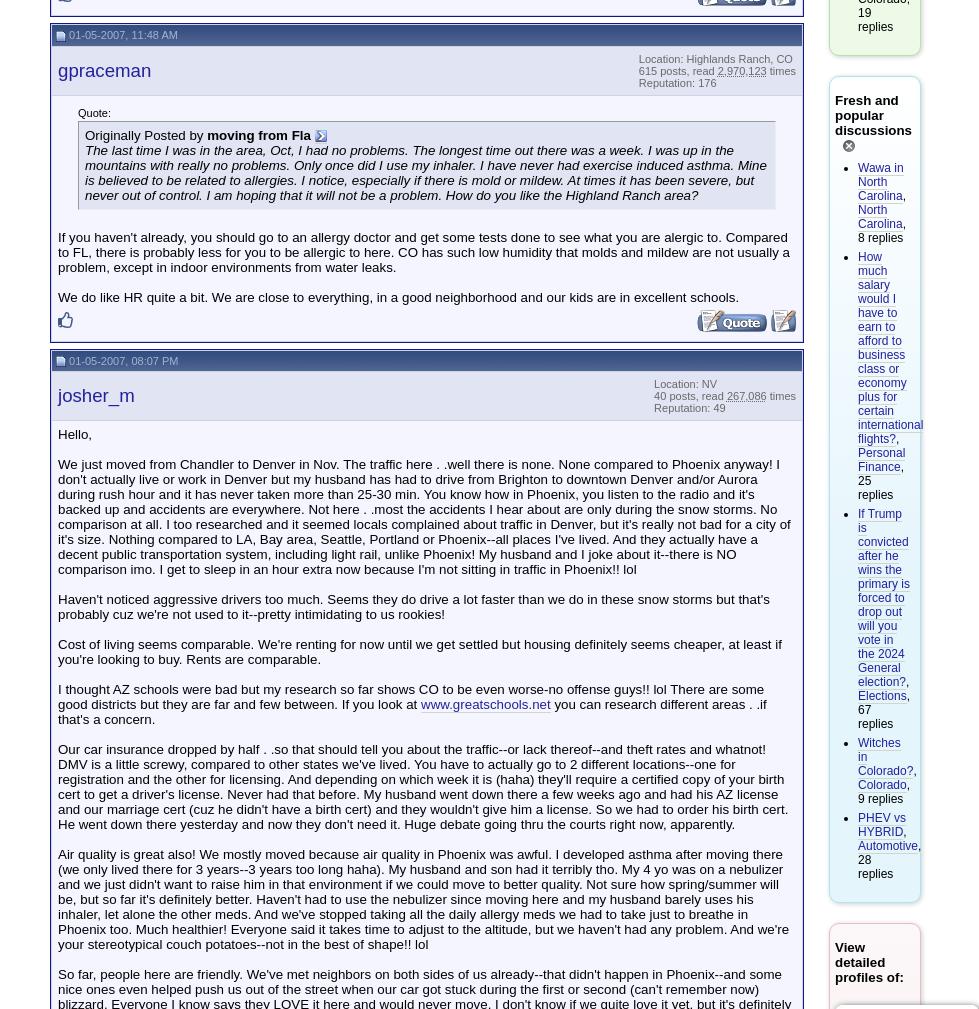 The width and height of the screenshot is (979, 1009). What do you see at coordinates (880, 696) in the screenshot?
I see `'Elections'` at bounding box center [880, 696].